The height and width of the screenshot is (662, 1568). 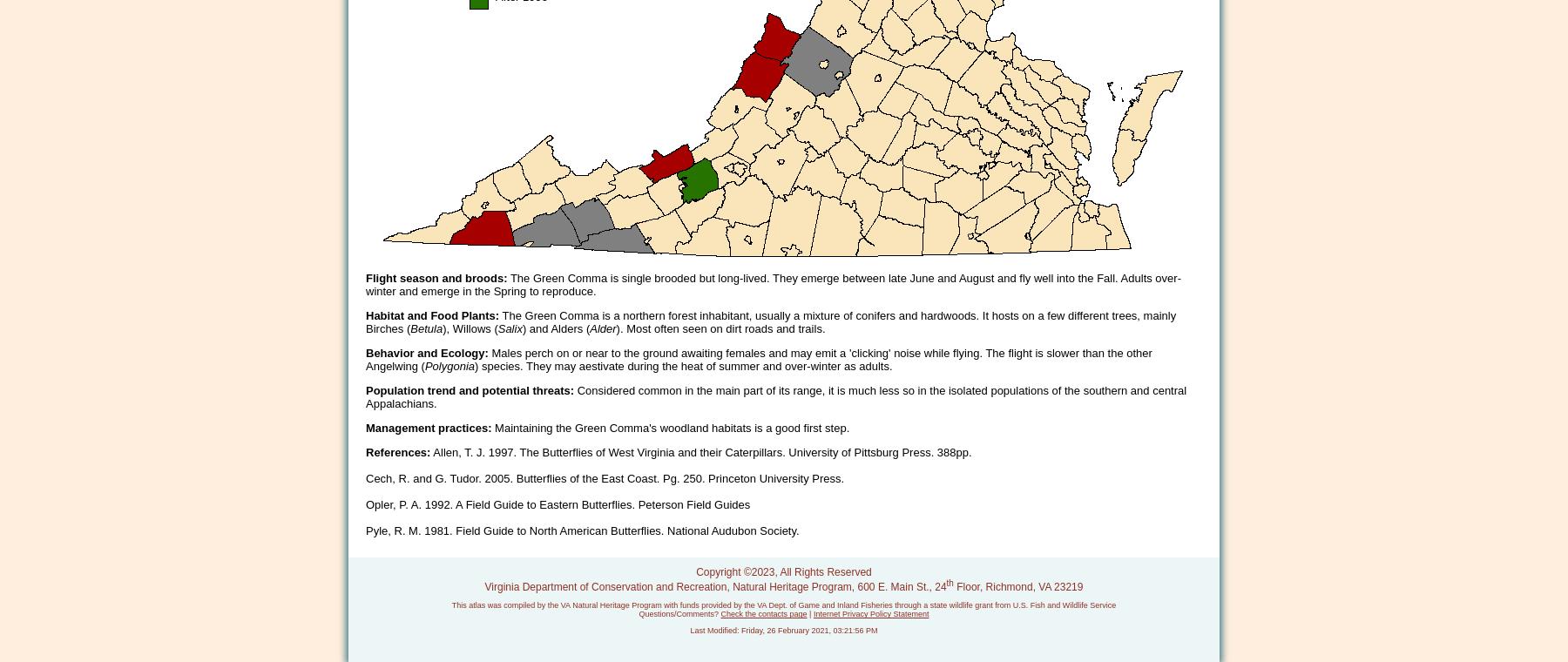 I want to click on 'Flight season and broods:', so click(x=435, y=278).